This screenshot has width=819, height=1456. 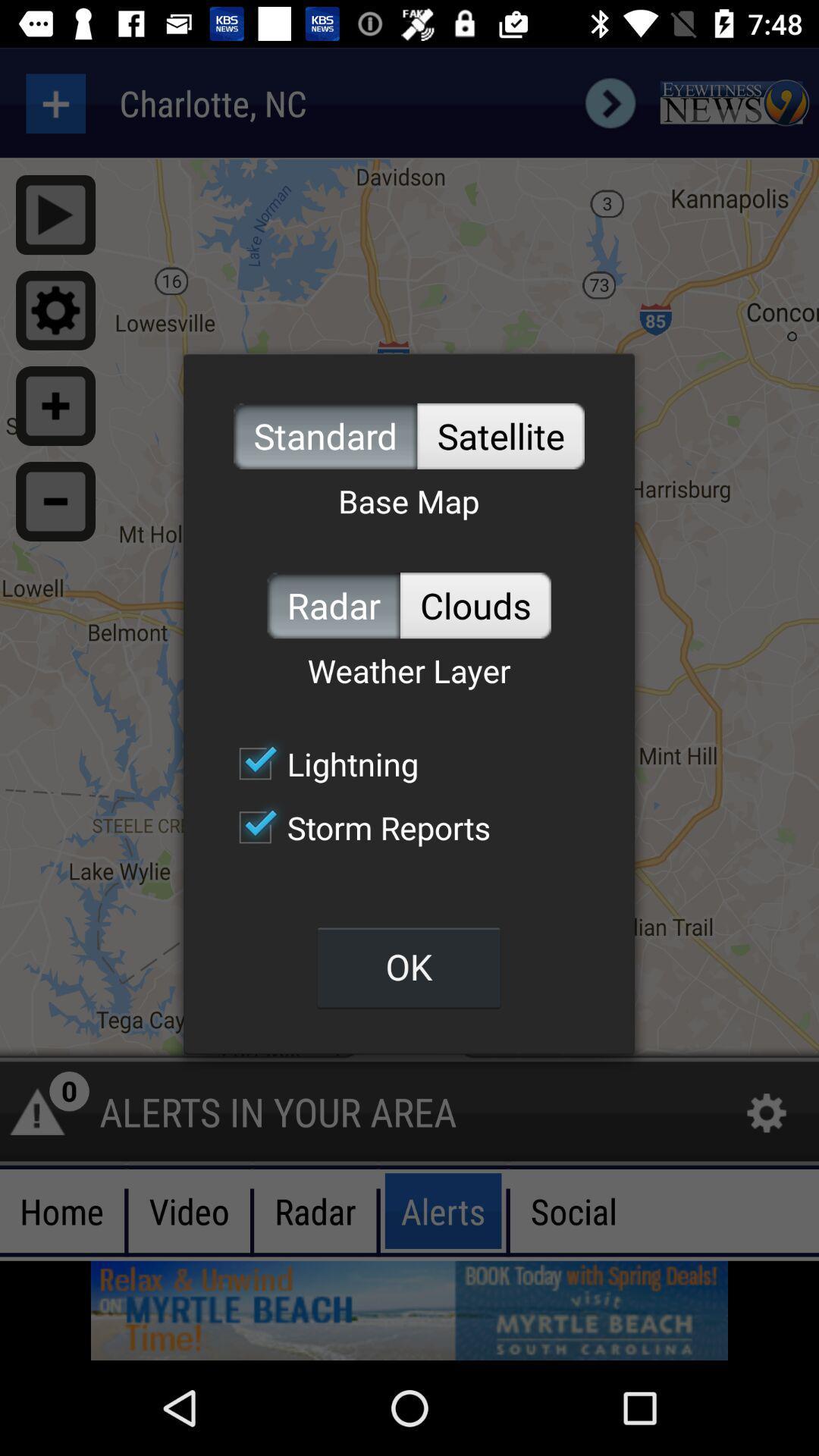 I want to click on the satellite icon, so click(x=500, y=435).